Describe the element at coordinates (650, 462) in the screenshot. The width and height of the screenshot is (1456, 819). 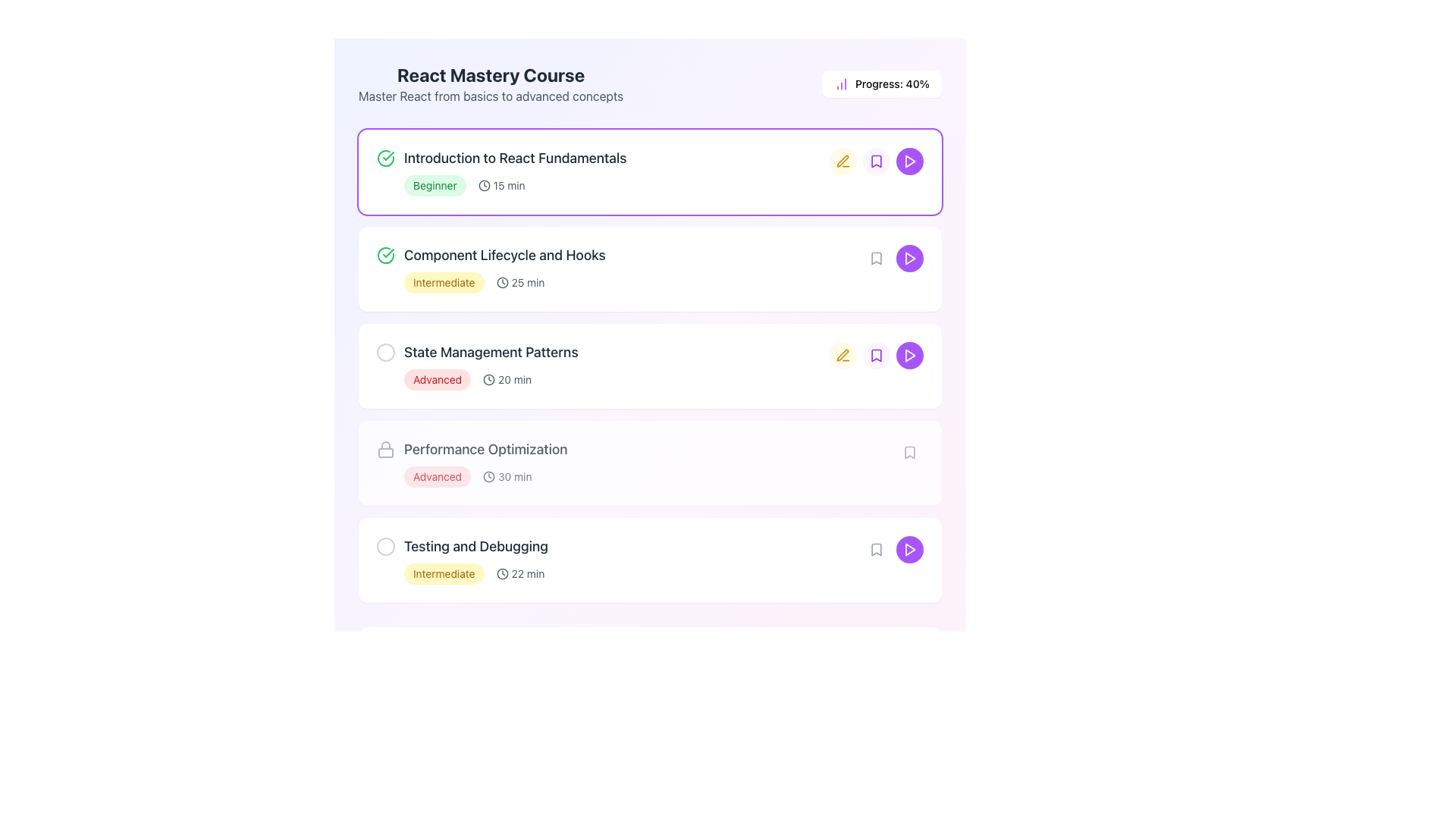
I see `the Card component that contains a lock icon, the text 'Performance Optimization' in bold gray font, the label 'Advanced' in a red rounded background, and a clock icon followed by '30 min' in gray, located as the fourth item in a list of course modules` at that location.